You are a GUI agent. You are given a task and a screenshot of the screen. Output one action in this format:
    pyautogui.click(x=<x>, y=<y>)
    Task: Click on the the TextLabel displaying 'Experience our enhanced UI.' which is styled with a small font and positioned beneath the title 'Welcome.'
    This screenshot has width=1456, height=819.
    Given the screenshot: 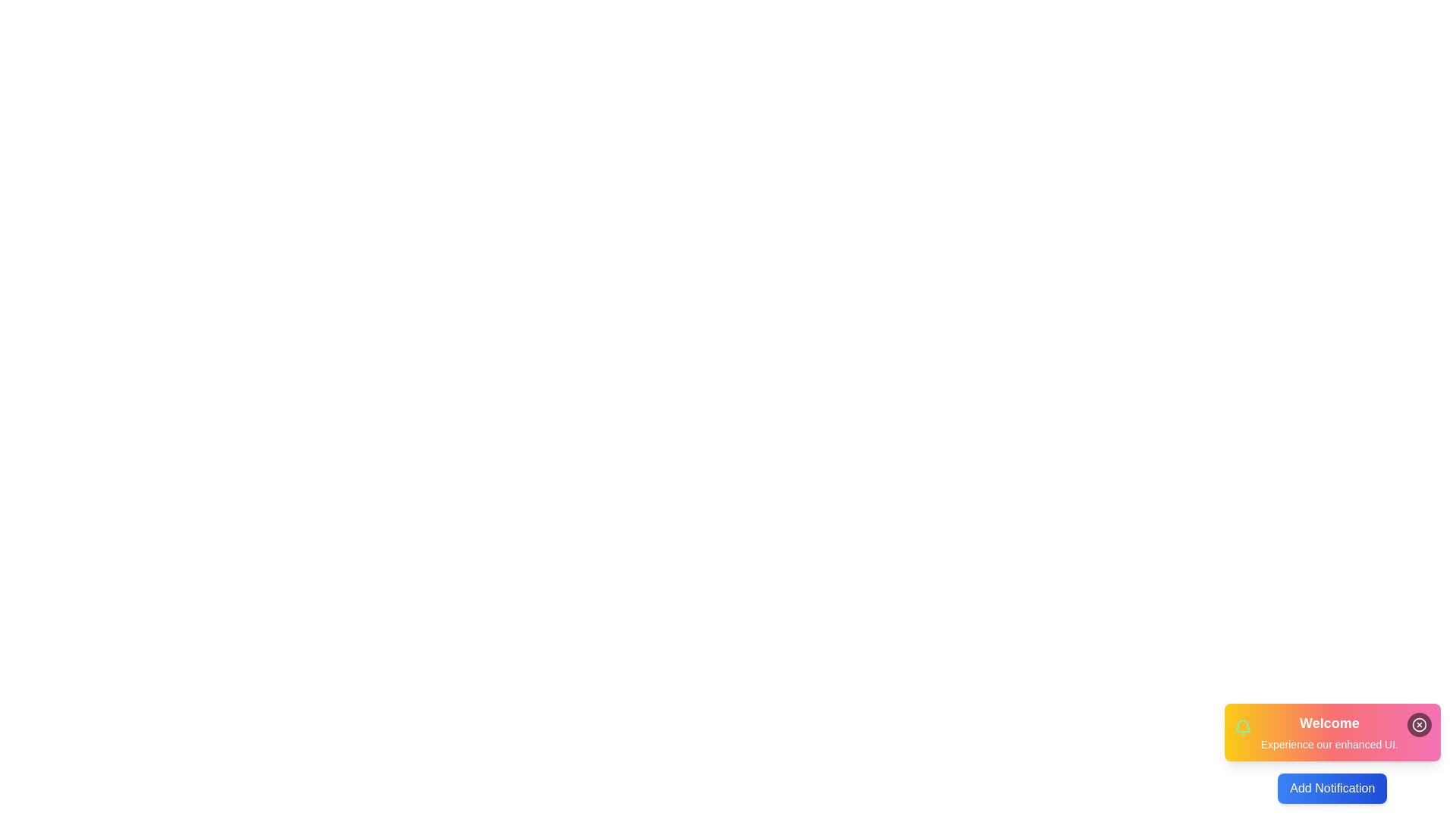 What is the action you would take?
    pyautogui.click(x=1329, y=744)
    